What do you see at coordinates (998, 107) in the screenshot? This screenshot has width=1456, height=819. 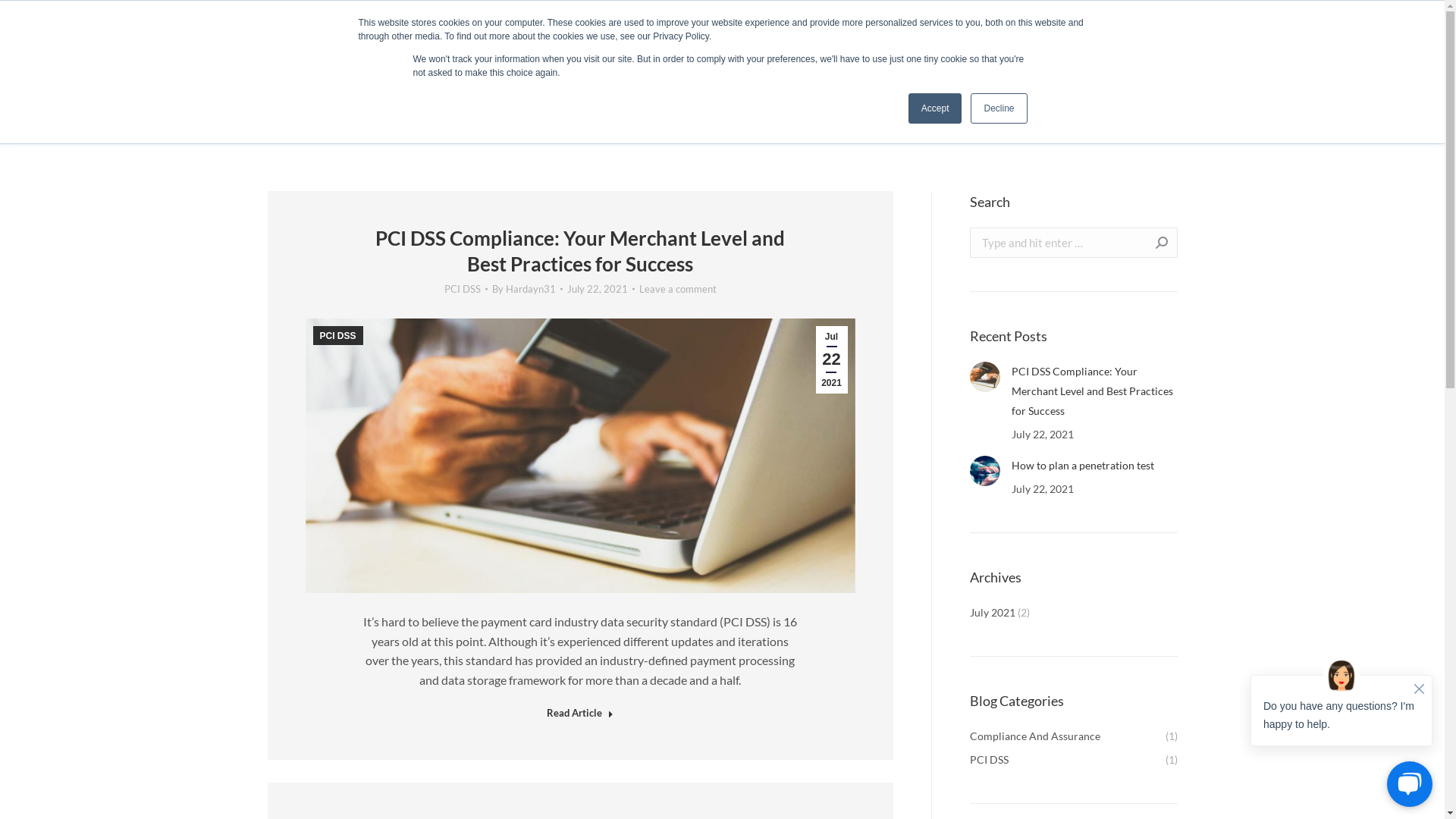 I see `'Decline'` at bounding box center [998, 107].